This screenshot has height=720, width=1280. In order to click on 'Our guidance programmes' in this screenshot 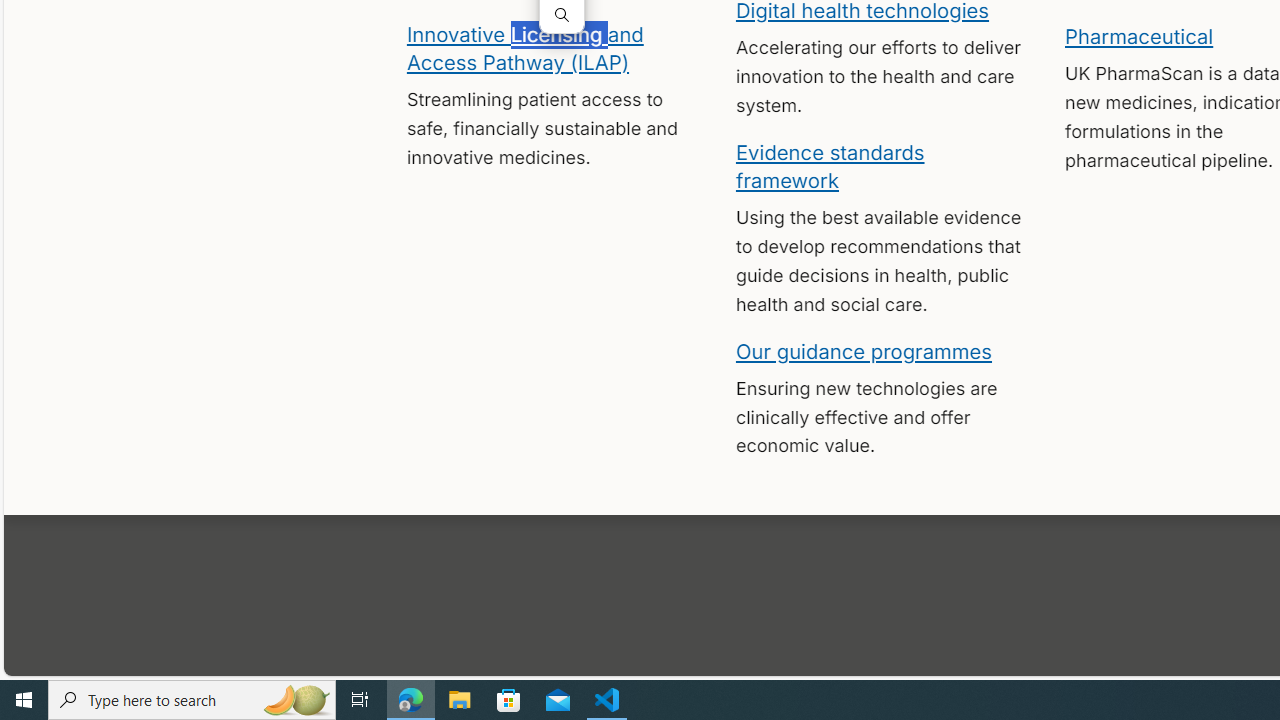, I will do `click(864, 350)`.